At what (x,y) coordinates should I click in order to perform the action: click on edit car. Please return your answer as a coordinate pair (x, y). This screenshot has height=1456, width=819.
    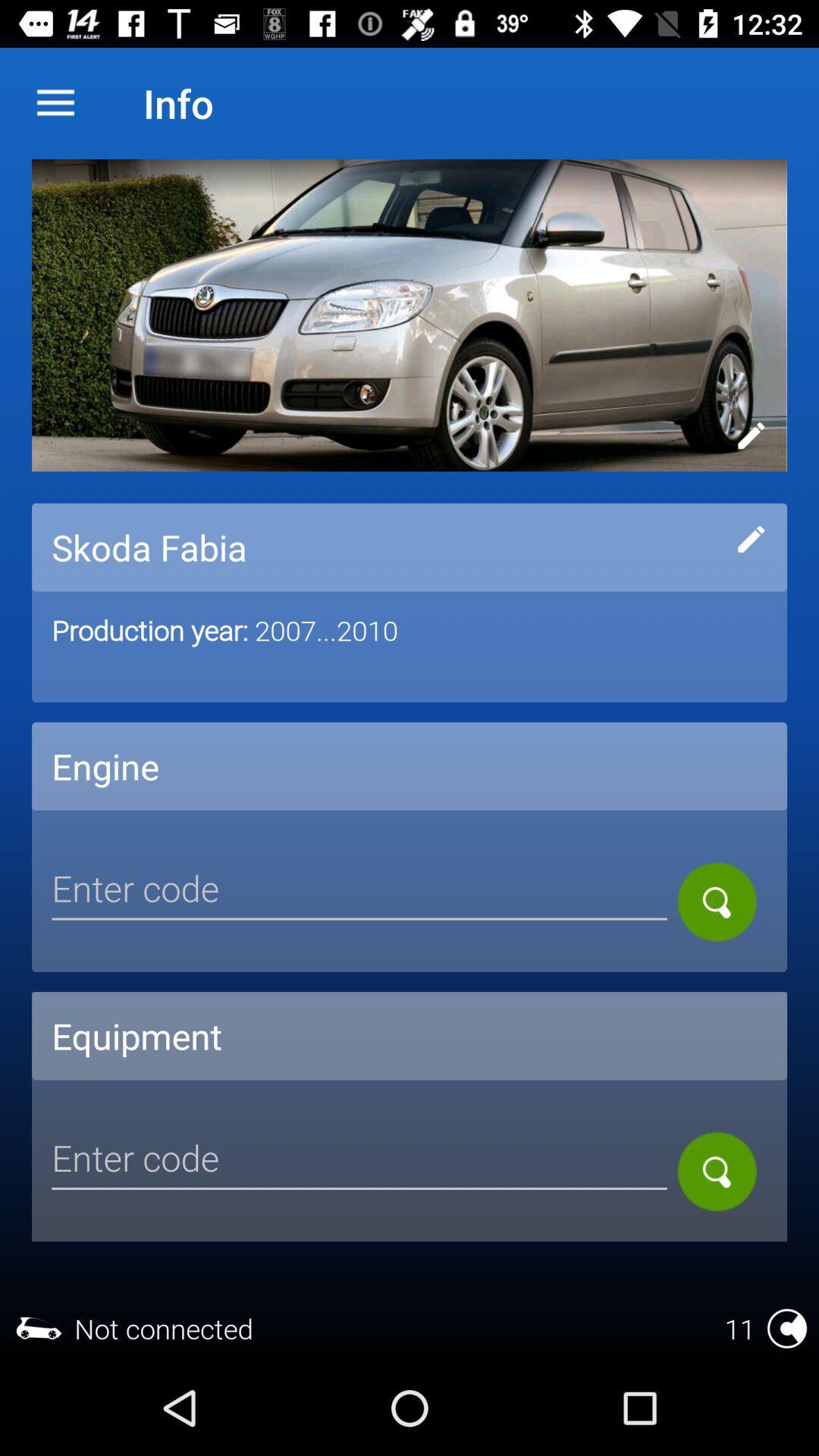
    Looking at the image, I should click on (751, 538).